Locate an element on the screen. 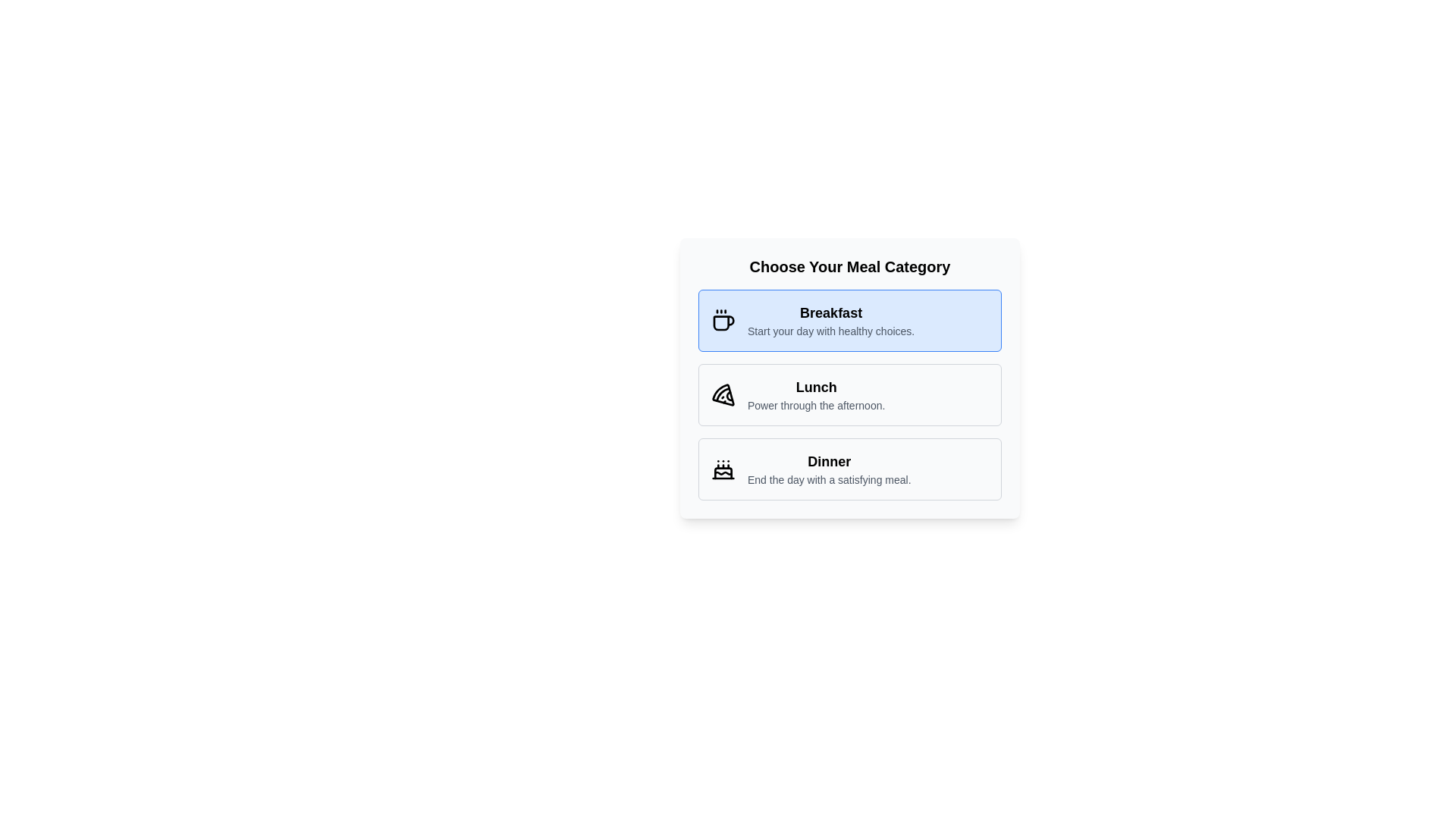 Image resolution: width=1456 pixels, height=819 pixels. the circular pizza slice icon located in the 'Lunch' section, which is part of a vertical list of options labeled 'Breakfast,' 'Lunch,' and 'Dinner.' is located at coordinates (723, 394).